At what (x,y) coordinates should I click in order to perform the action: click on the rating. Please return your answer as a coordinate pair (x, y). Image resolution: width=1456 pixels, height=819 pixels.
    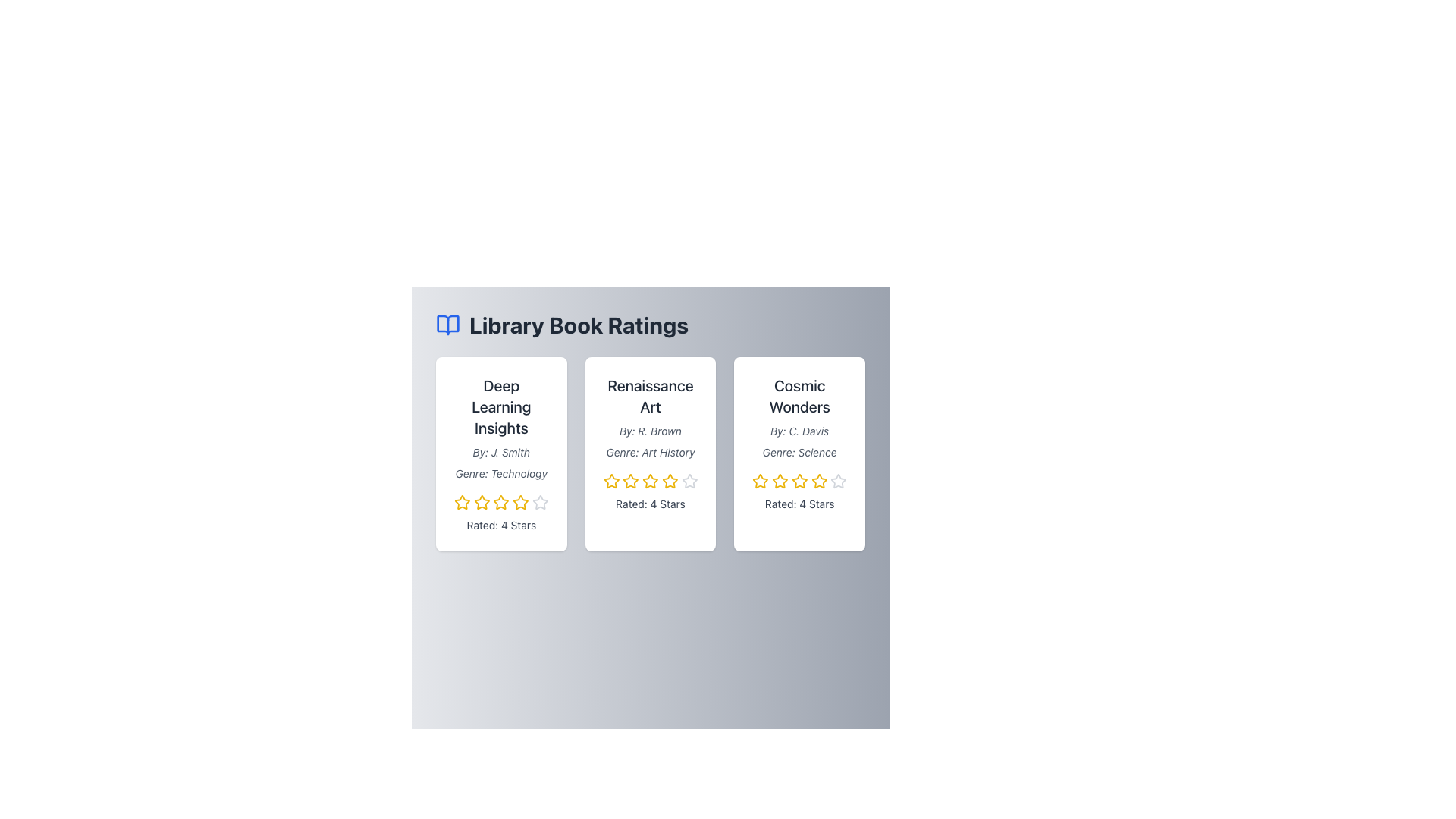
    Looking at the image, I should click on (795, 481).